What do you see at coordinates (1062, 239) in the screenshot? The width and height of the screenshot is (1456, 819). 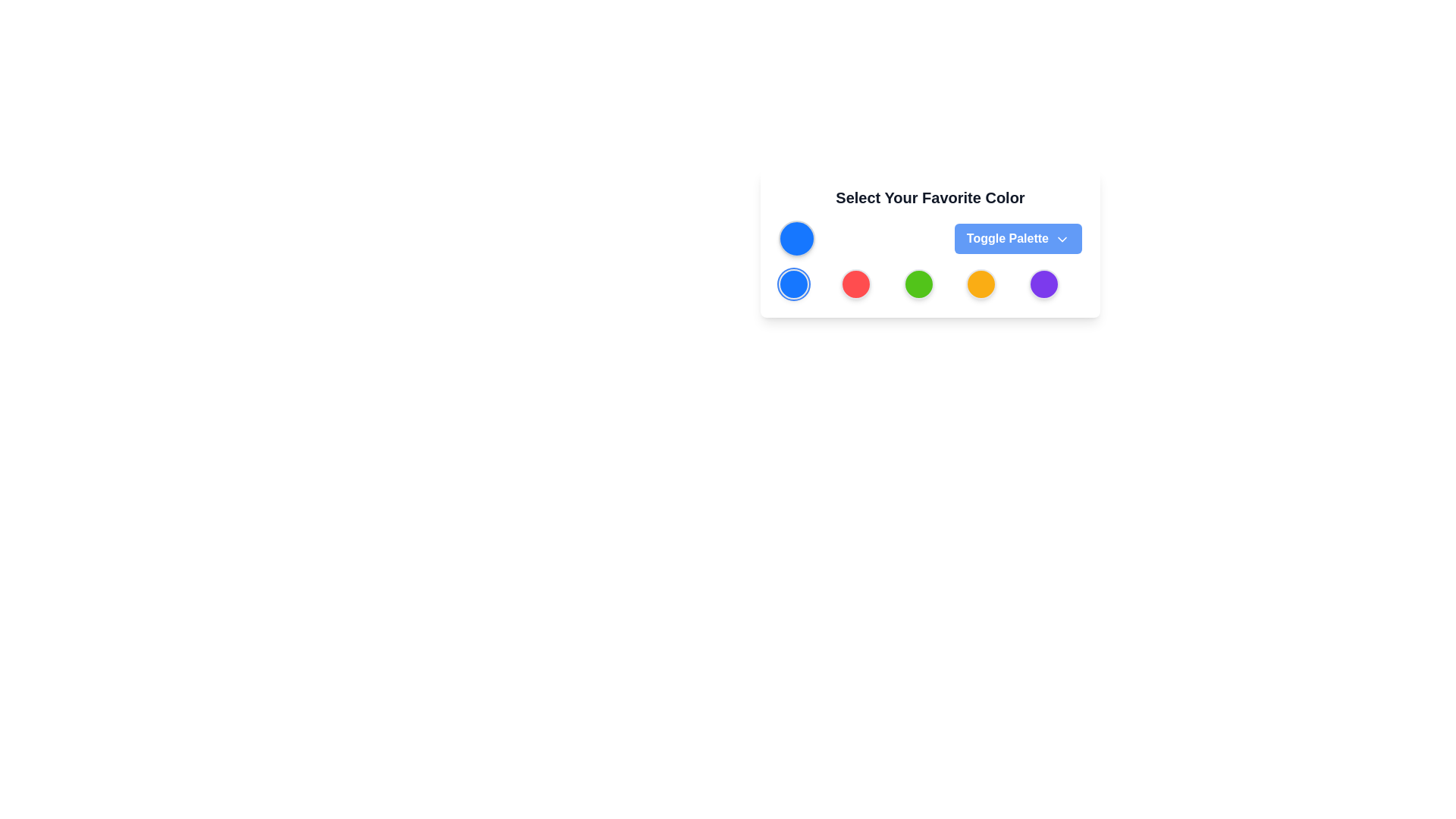 I see `the downward-pointing chevron icon within the 'Toggle Palette' button, which is styled in white against a blue background` at bounding box center [1062, 239].